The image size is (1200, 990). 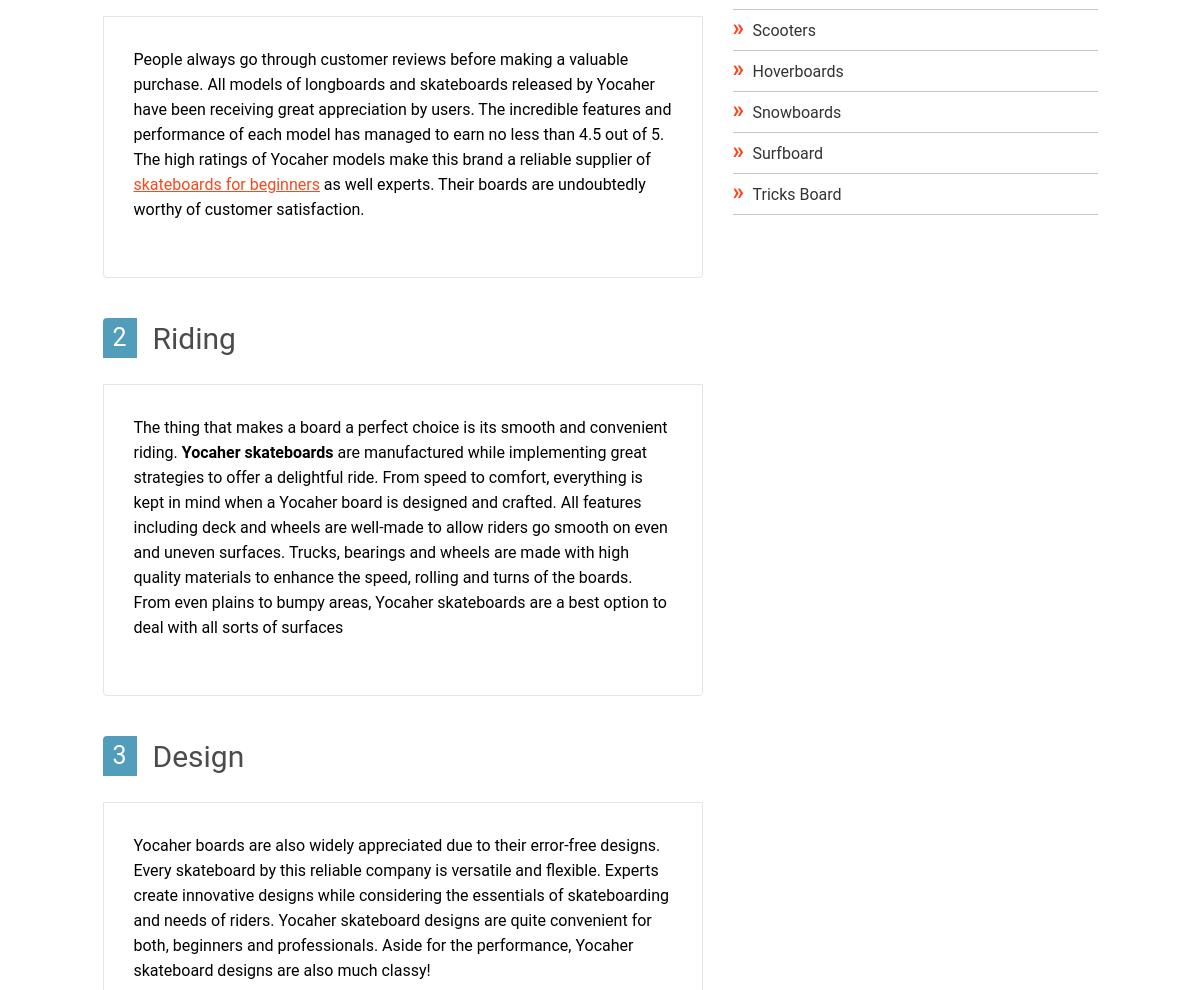 What do you see at coordinates (399, 438) in the screenshot?
I see `'The thing that makes a board a perfect choice is its smooth and convenient riding.'` at bounding box center [399, 438].